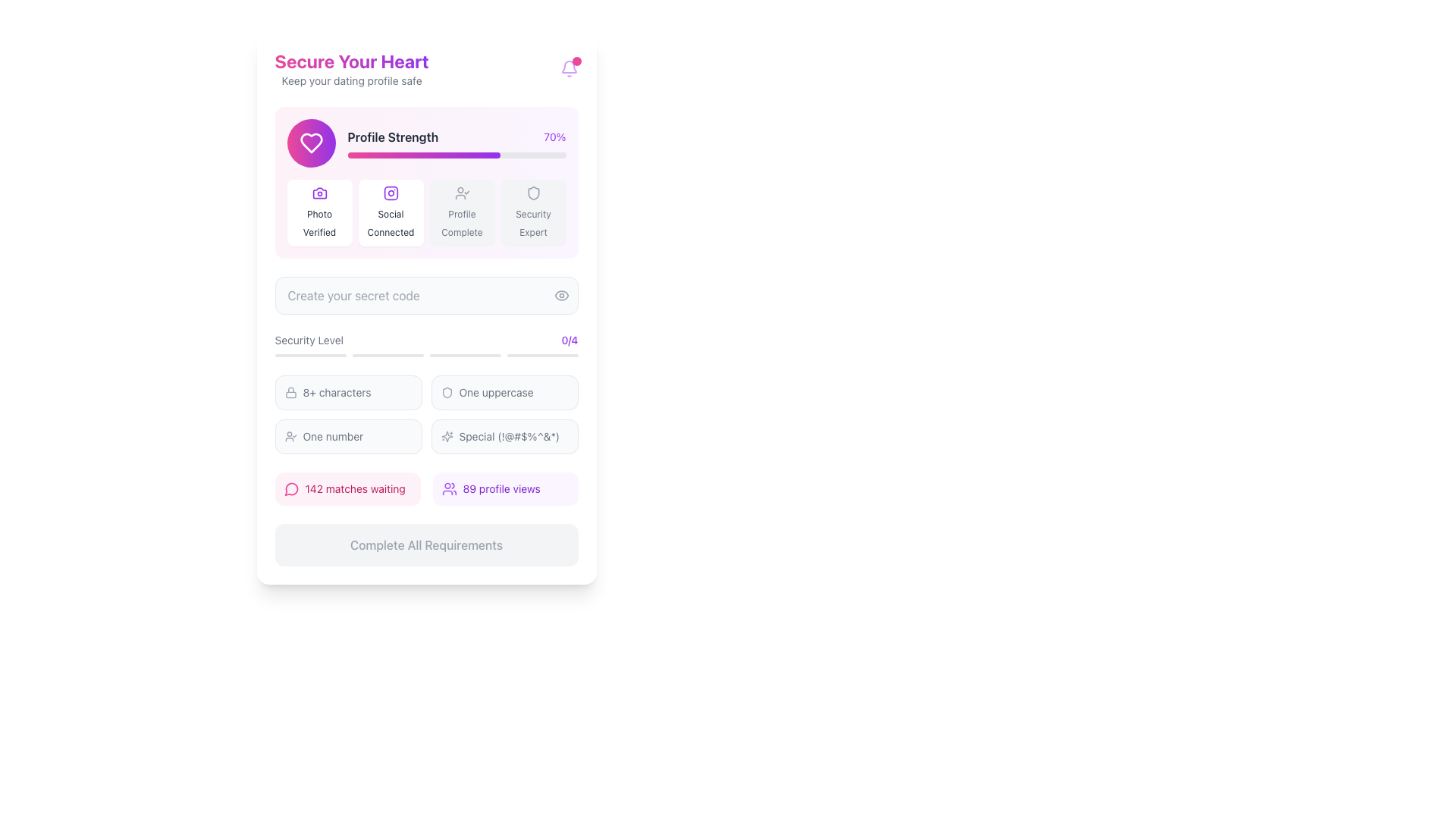  What do you see at coordinates (456, 143) in the screenshot?
I see `the progress bar indicating 'Profile Strength' with the completion percentage '70%' displayed on the right` at bounding box center [456, 143].